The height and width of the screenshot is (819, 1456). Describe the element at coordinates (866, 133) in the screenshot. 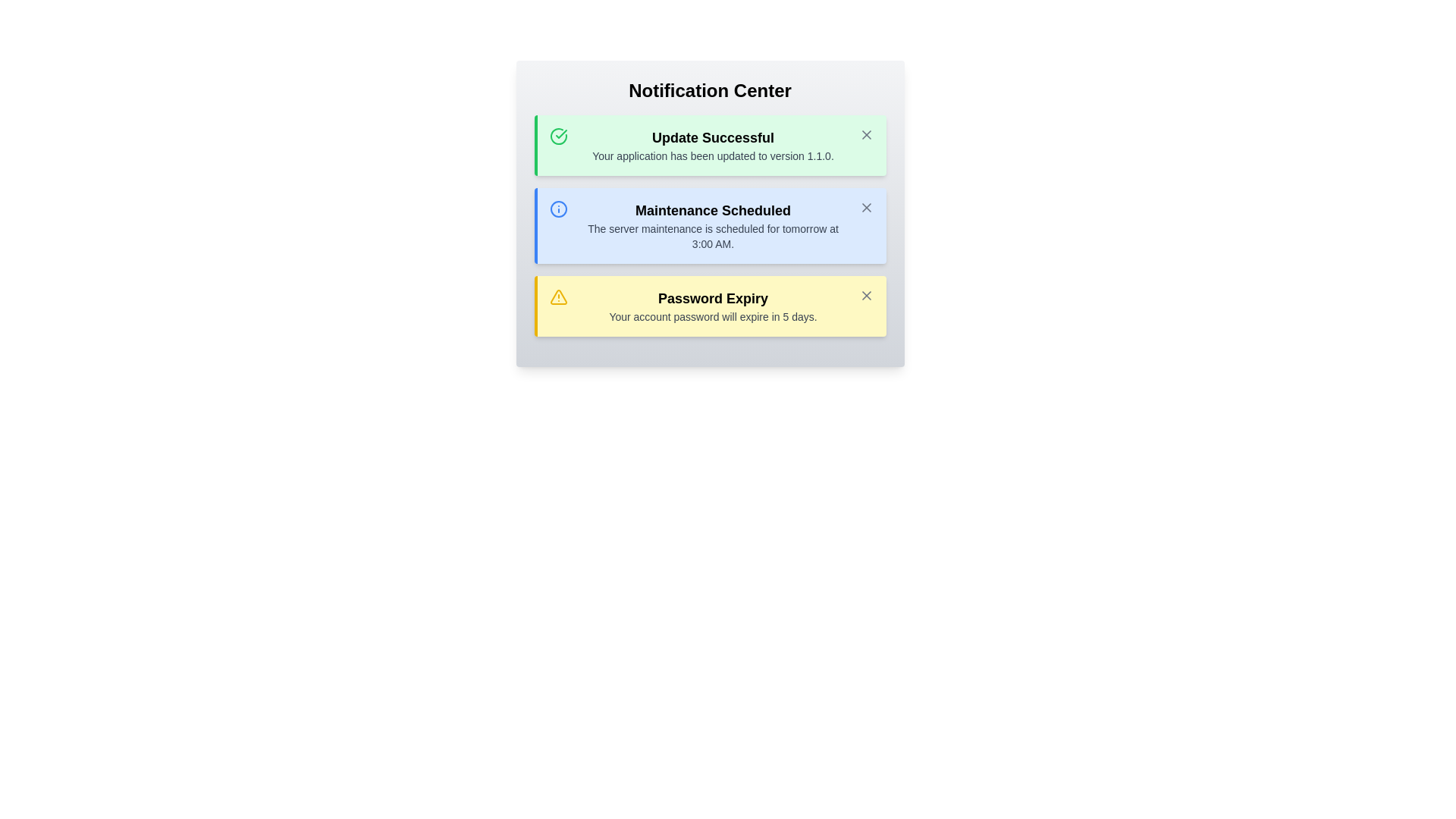

I see `the Dismiss button, which is a close icon styled as an 'X' in a rounded, minimalist design, located in the 'Update Successful' notification section at the top-right corner` at that location.